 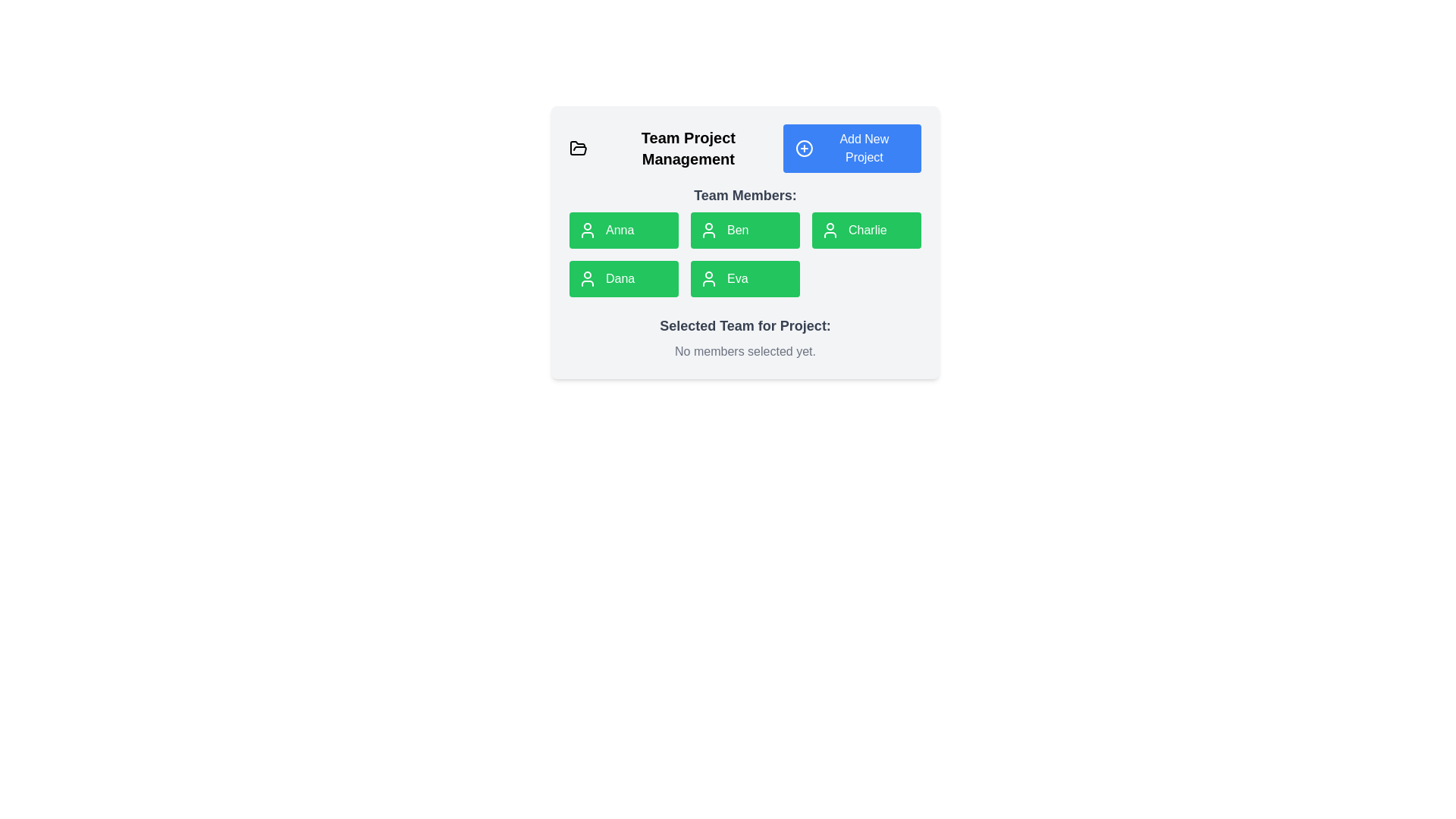 I want to click on the SVG icon resembling a person figure located within the button labeled 'Dana,' which is the fourth button in the grid of team members, so click(x=586, y=278).